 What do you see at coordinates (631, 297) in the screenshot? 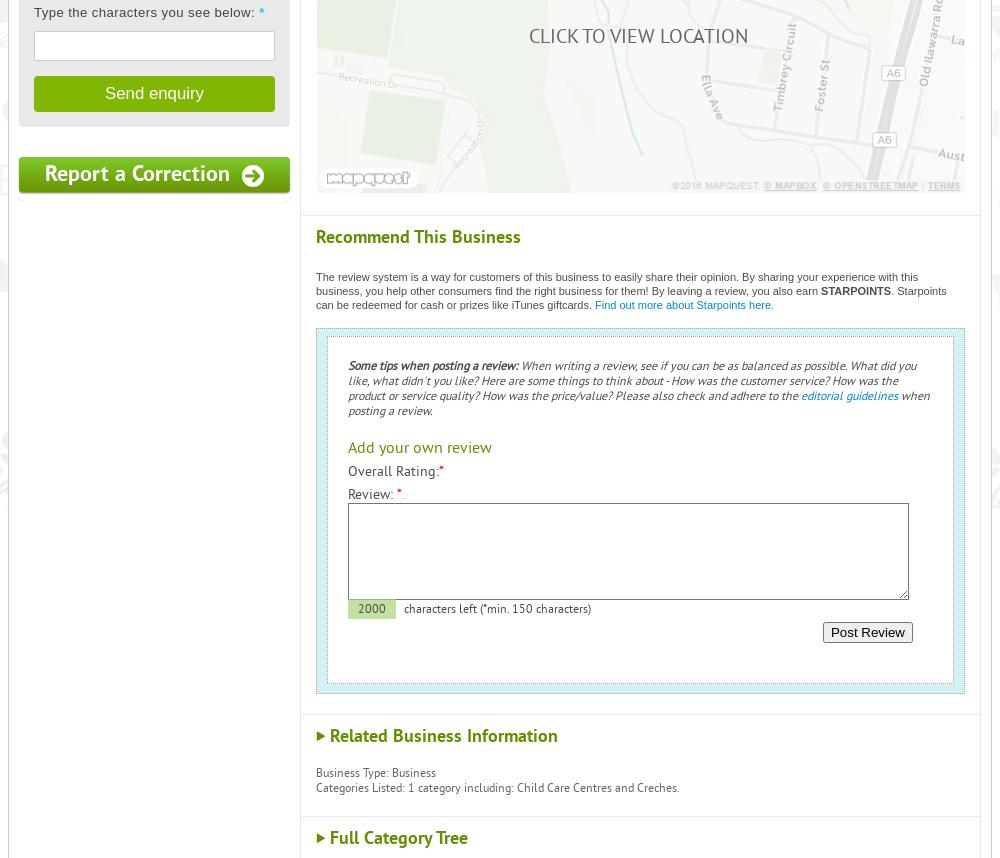
I see `'. Starpoints can be redeemed for cash or prizes like iTunes giftcards.'` at bounding box center [631, 297].